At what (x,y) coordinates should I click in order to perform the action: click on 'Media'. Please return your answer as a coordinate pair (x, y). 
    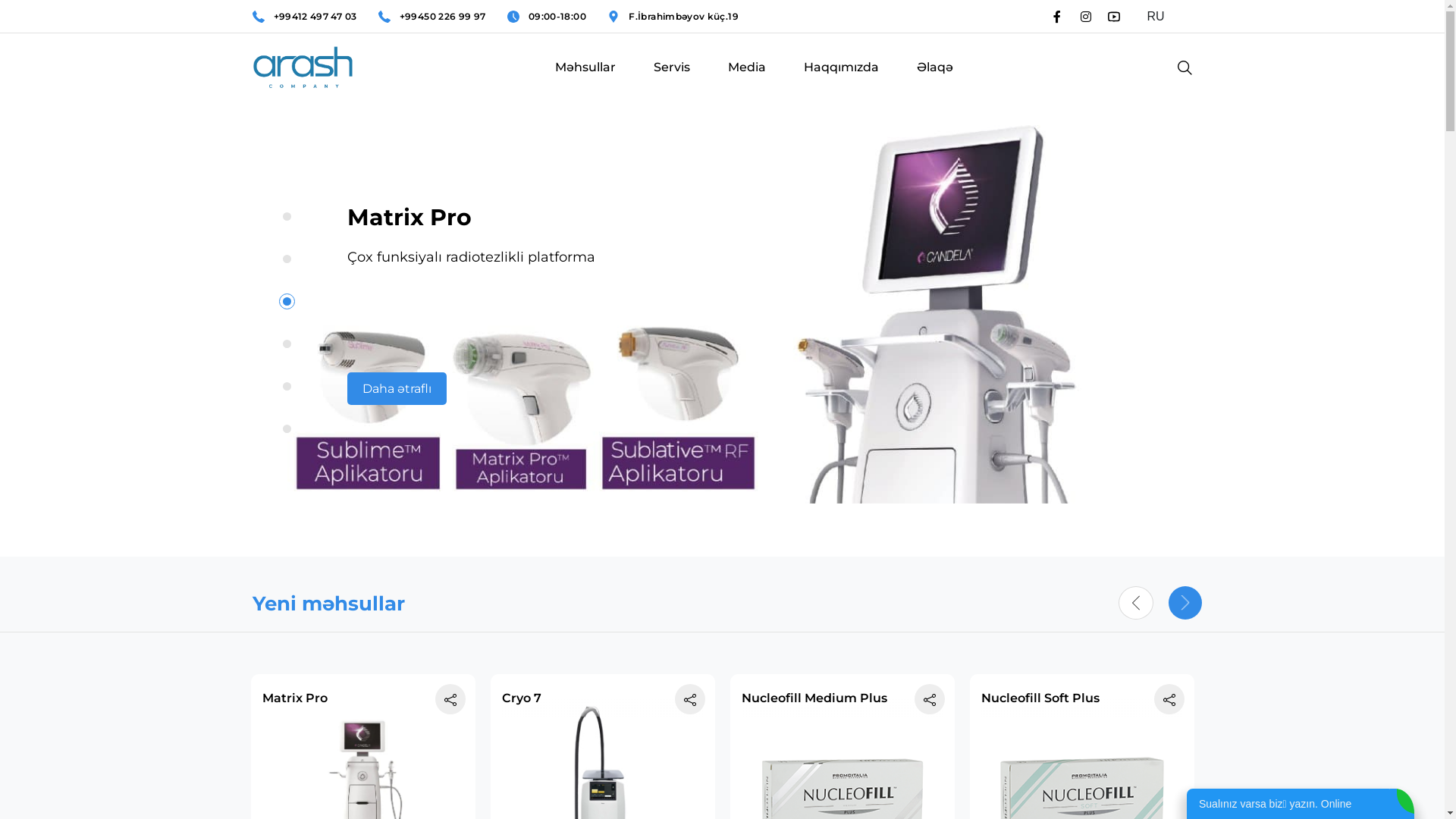
    Looking at the image, I should click on (746, 82).